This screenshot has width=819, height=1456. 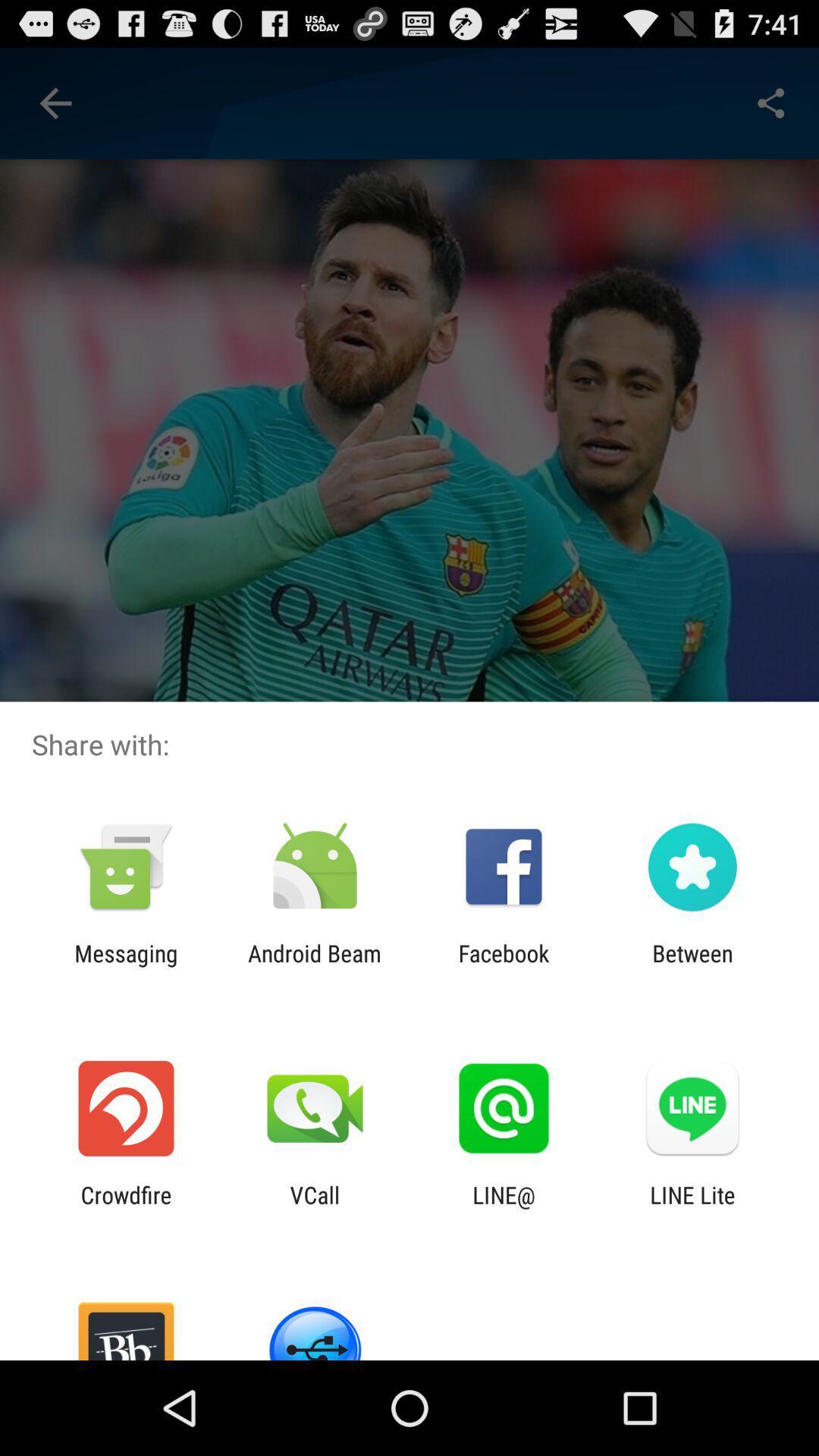 What do you see at coordinates (504, 966) in the screenshot?
I see `the icon to the right of android beam app` at bounding box center [504, 966].